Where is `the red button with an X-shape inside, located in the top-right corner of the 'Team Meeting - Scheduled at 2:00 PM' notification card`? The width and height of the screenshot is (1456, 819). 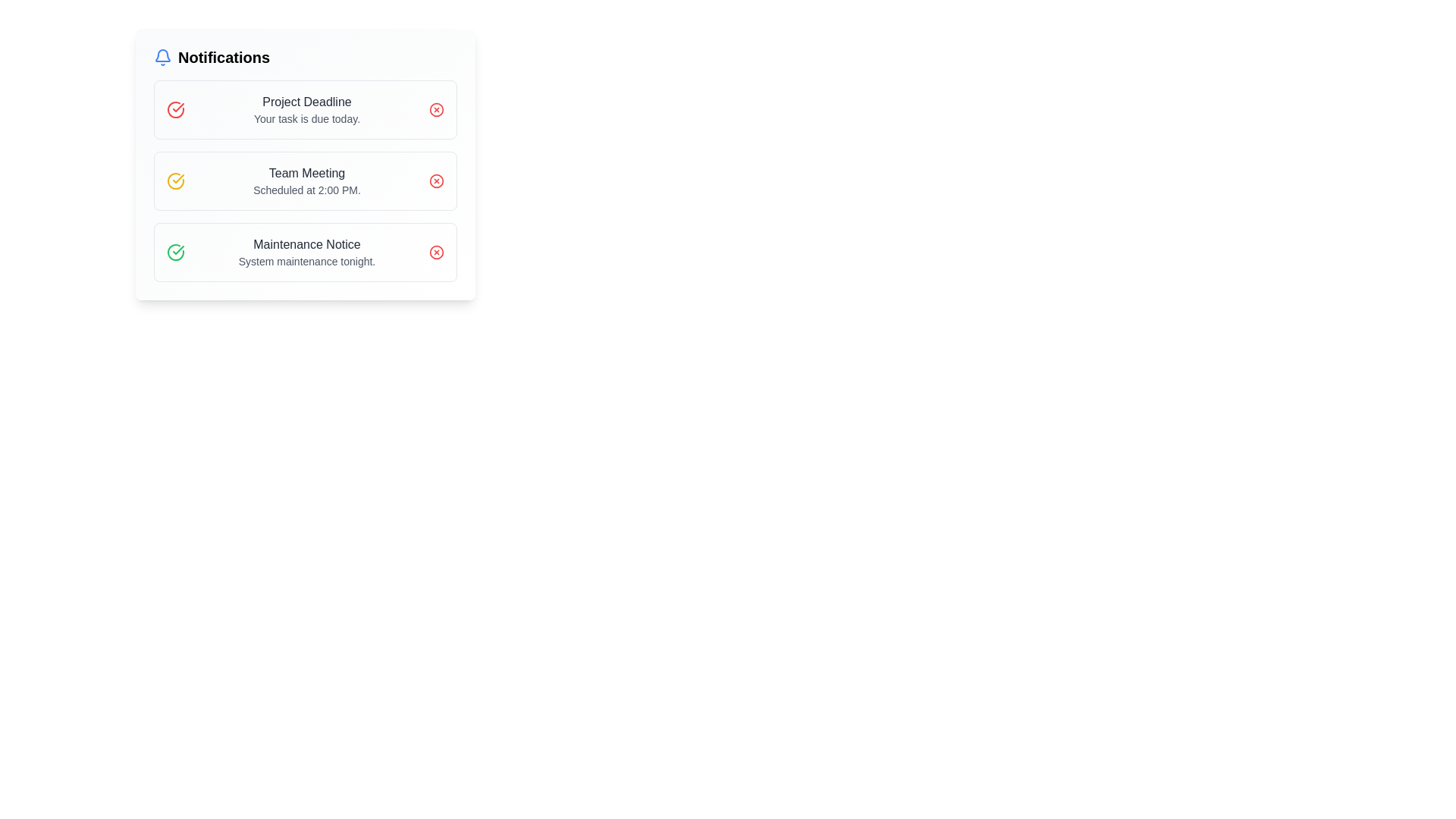
the red button with an X-shape inside, located in the top-right corner of the 'Team Meeting - Scheduled at 2:00 PM' notification card is located at coordinates (436, 180).